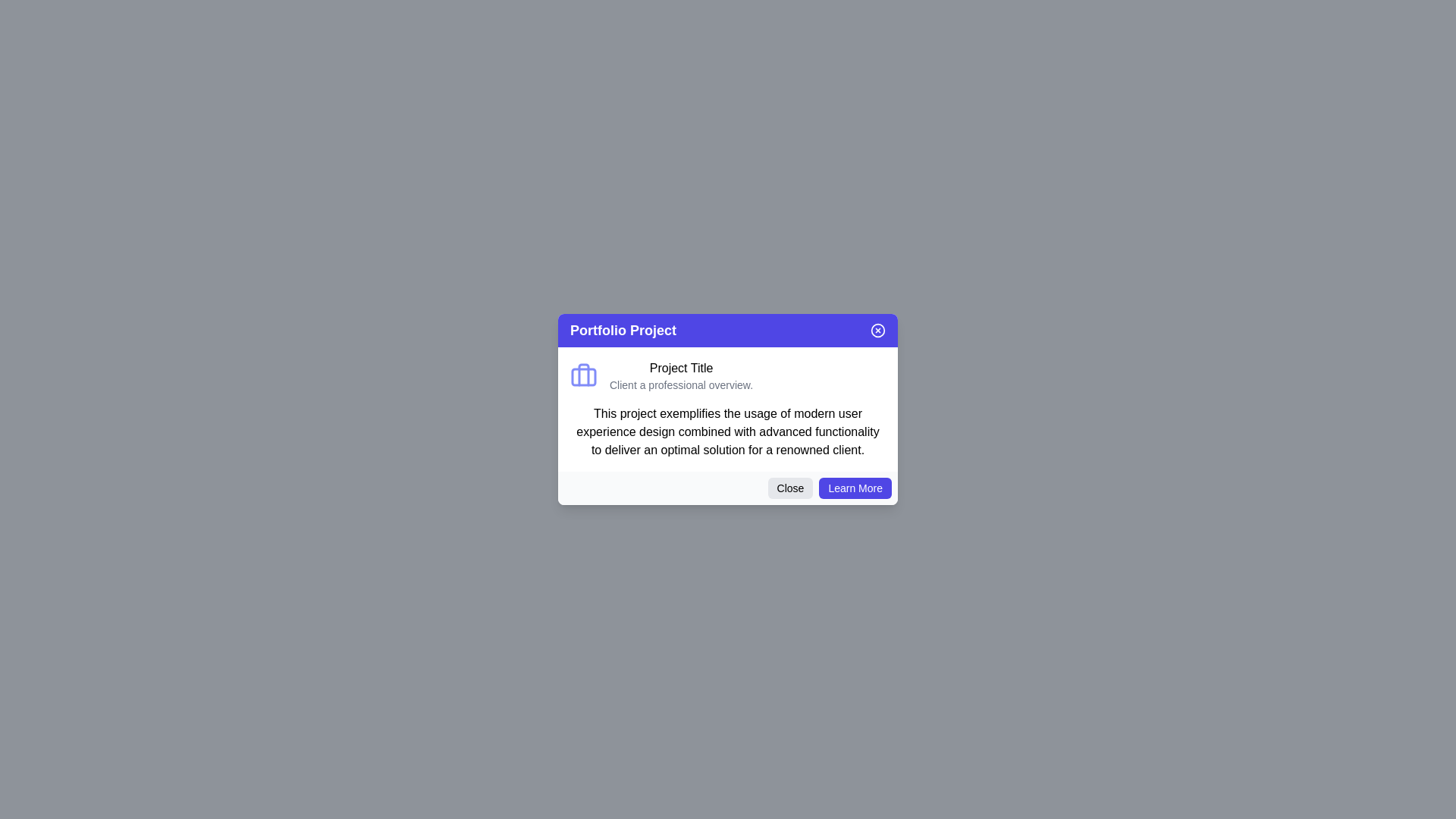  I want to click on the close button located in the bottom-right section of the centered modal dialog, so click(789, 488).